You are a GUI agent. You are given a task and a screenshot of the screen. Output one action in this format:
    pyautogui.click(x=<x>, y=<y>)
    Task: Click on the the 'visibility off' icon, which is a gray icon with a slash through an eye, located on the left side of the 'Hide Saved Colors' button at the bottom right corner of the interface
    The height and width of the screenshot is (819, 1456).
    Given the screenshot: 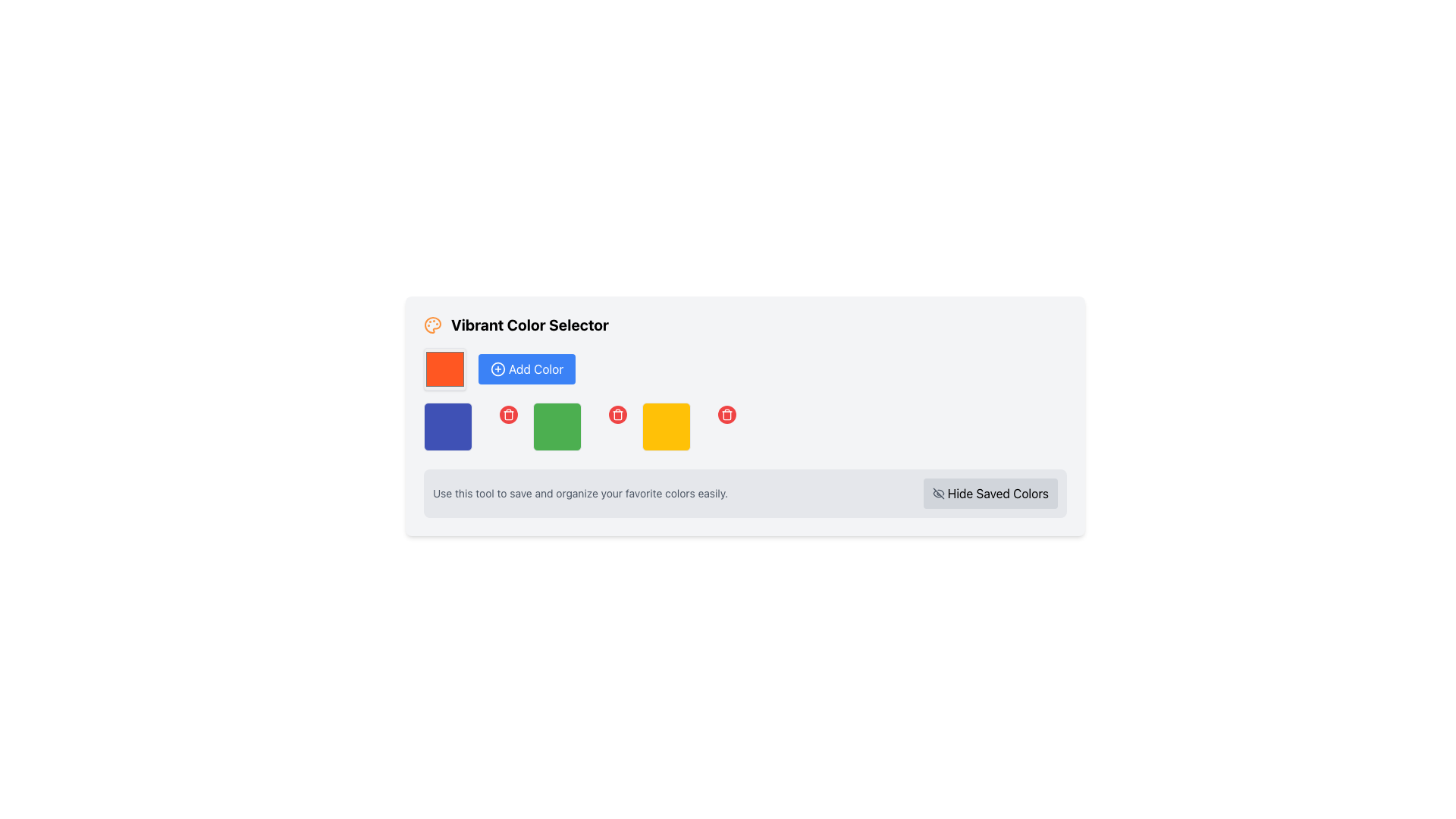 What is the action you would take?
    pyautogui.click(x=937, y=494)
    